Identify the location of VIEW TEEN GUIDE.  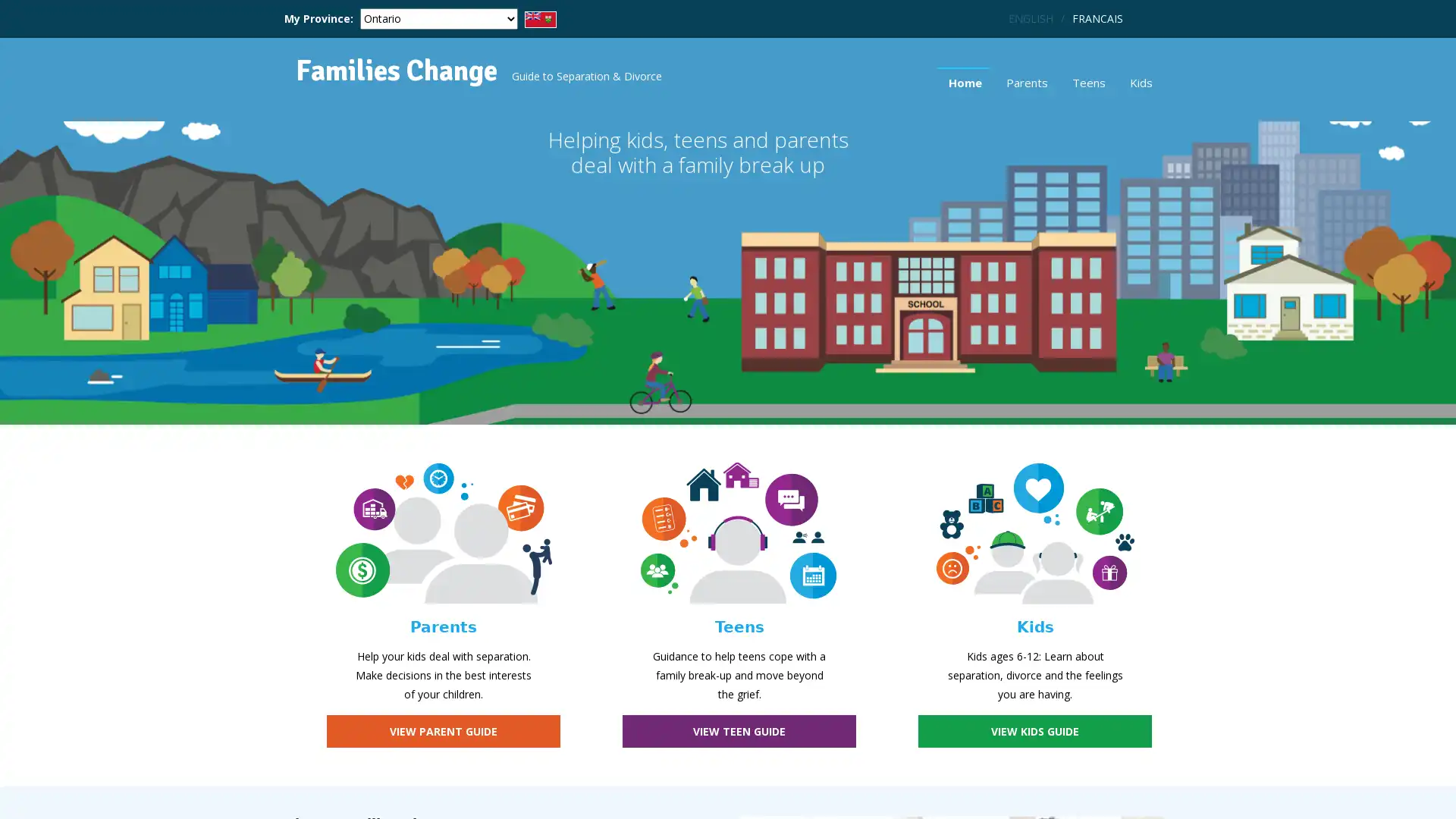
(739, 730).